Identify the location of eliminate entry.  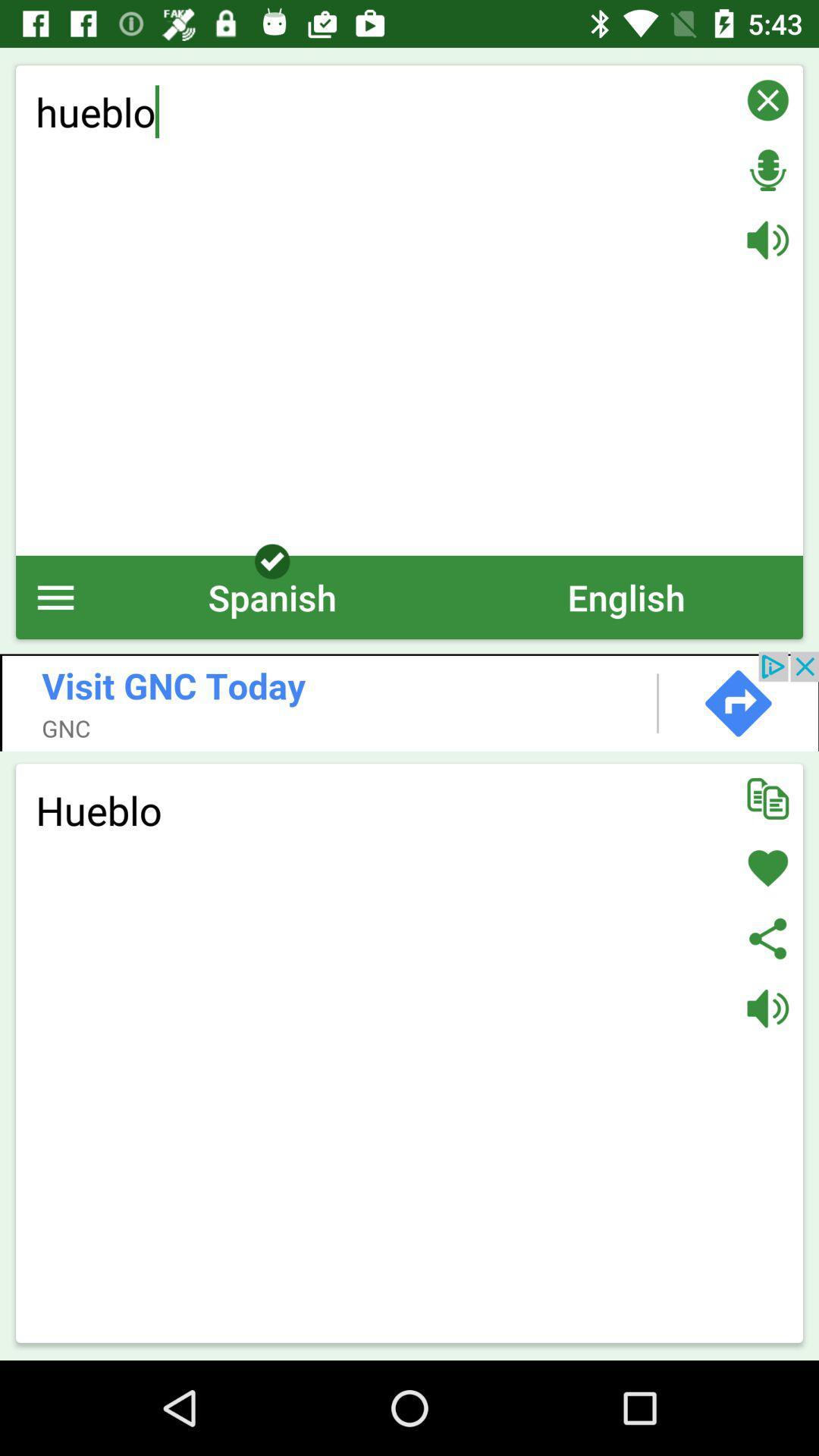
(767, 99).